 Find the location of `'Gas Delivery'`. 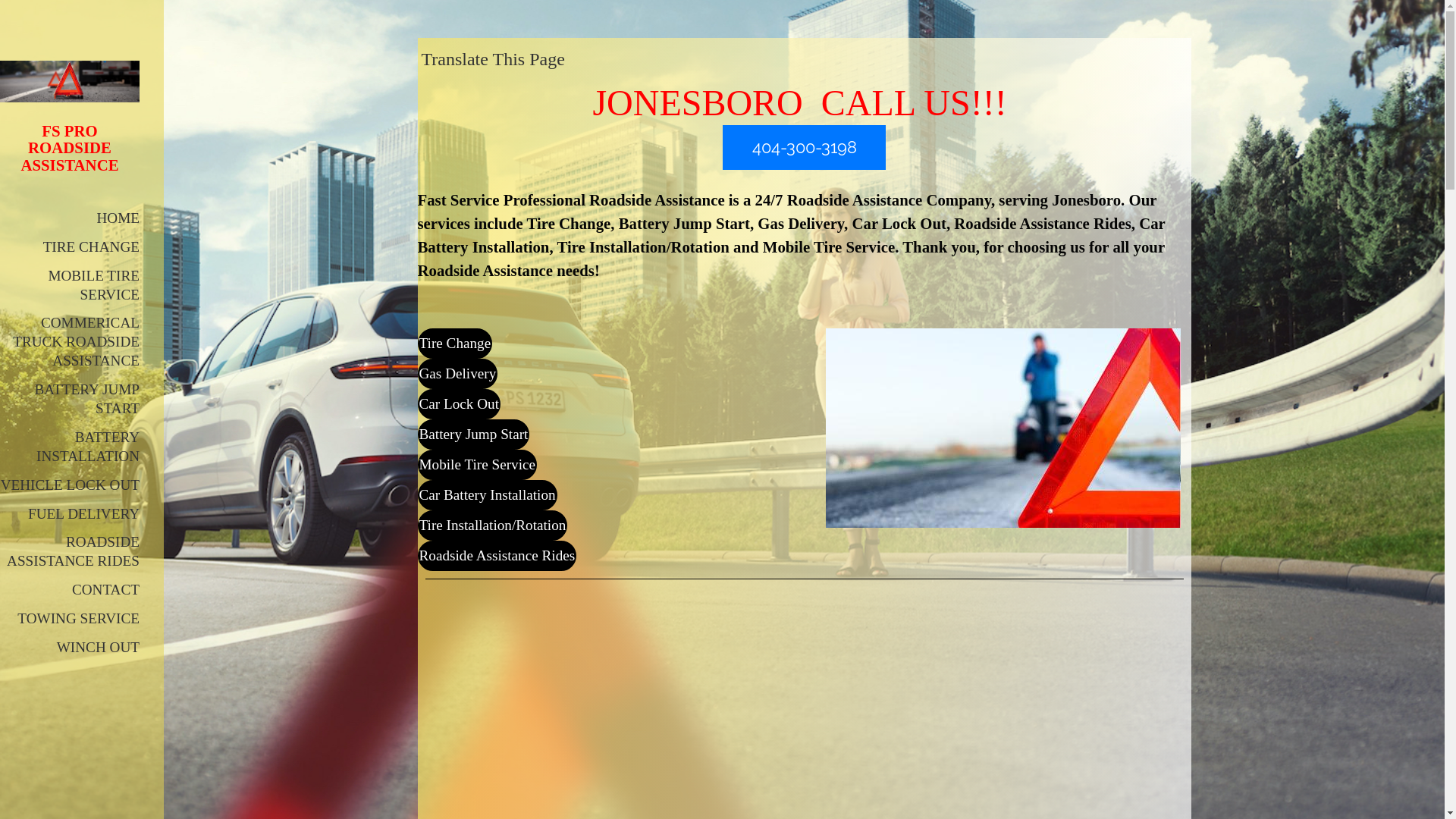

'Gas Delivery' is located at coordinates (417, 374).